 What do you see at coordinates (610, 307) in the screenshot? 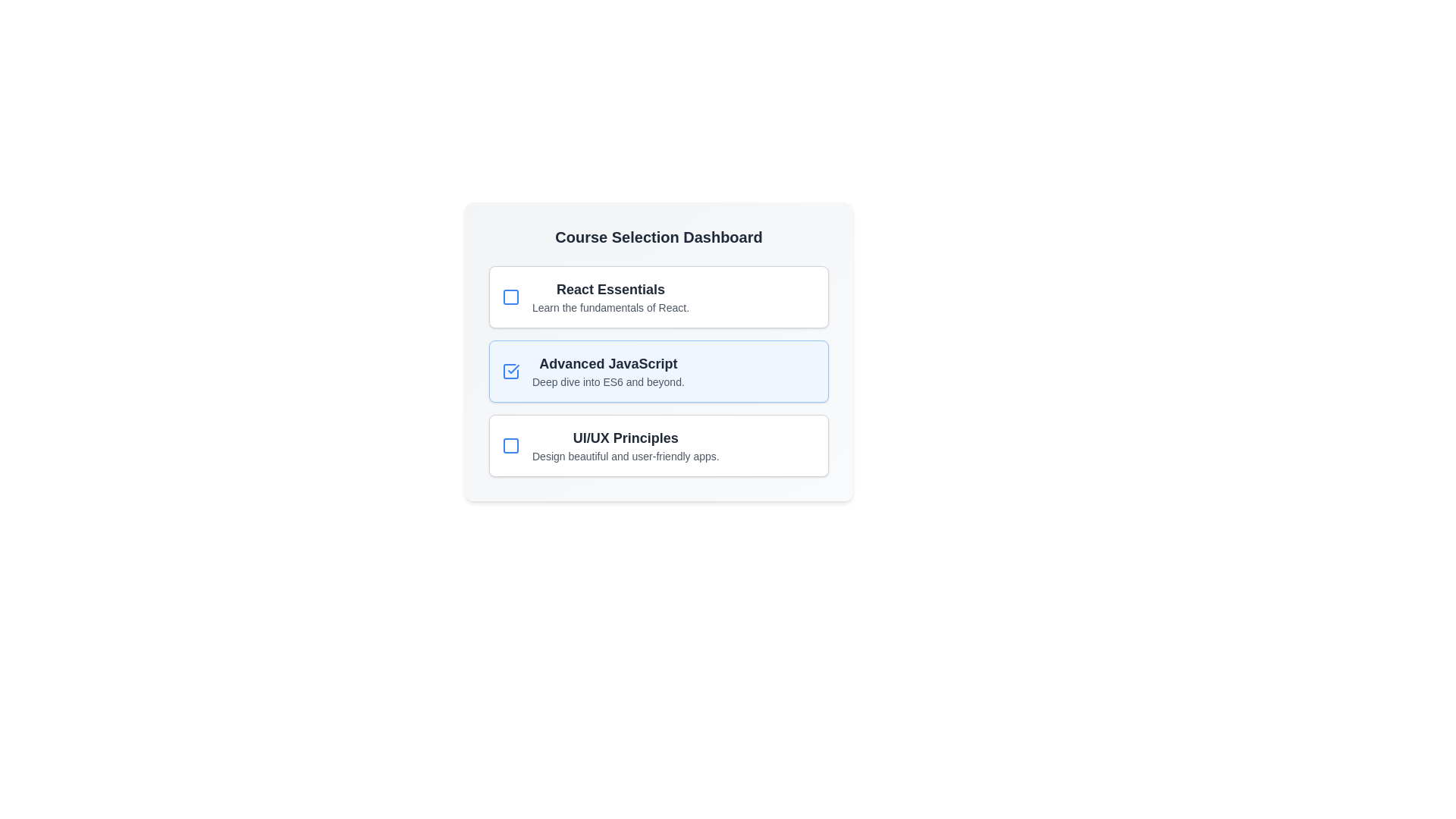
I see `the static text element that reads 'Learn the fundamentals of React.' which is displayed in light gray color and positioned beneath the title 'React Essentials'` at bounding box center [610, 307].